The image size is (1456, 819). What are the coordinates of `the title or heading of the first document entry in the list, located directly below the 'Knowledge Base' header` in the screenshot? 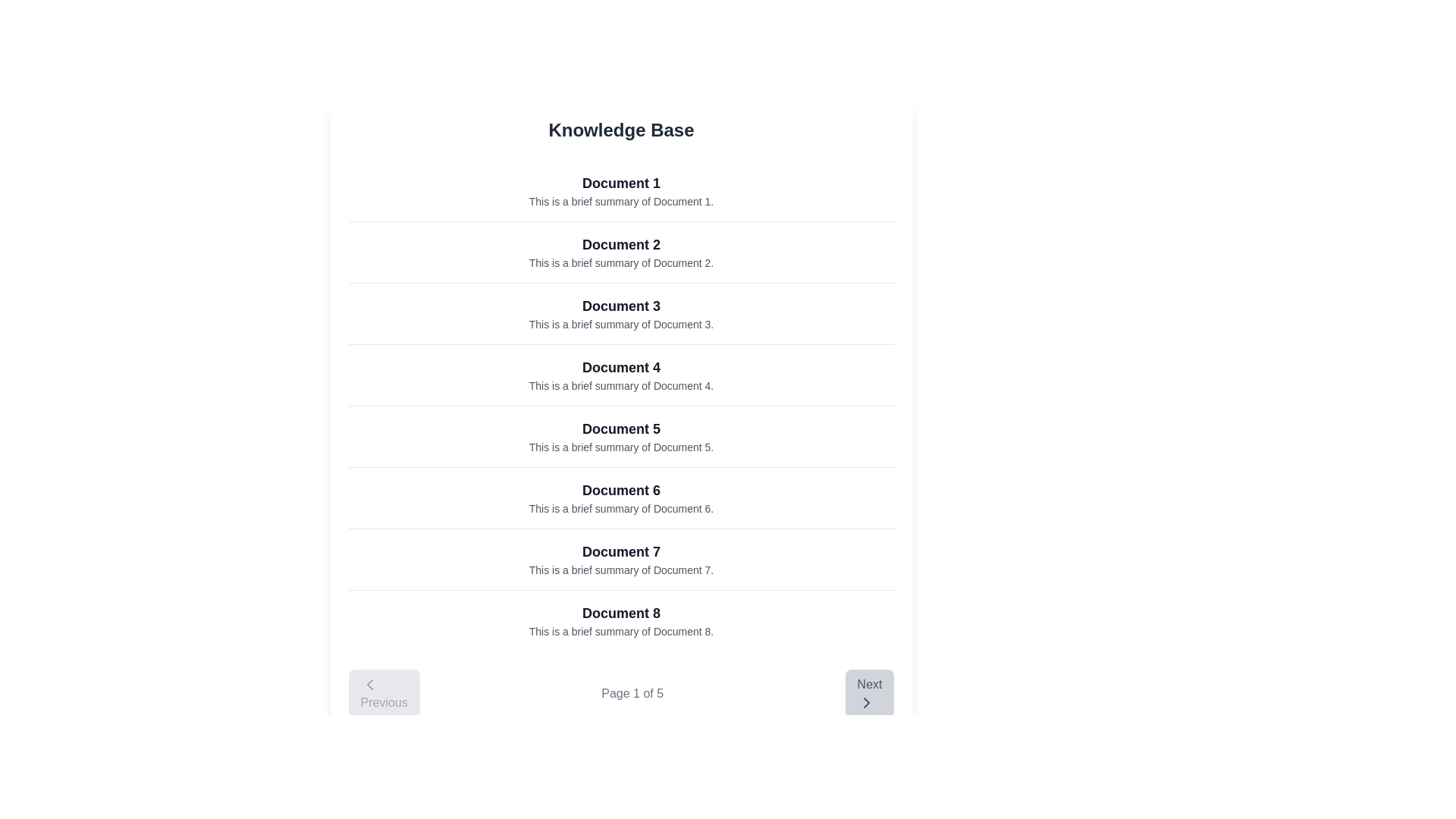 It's located at (621, 183).